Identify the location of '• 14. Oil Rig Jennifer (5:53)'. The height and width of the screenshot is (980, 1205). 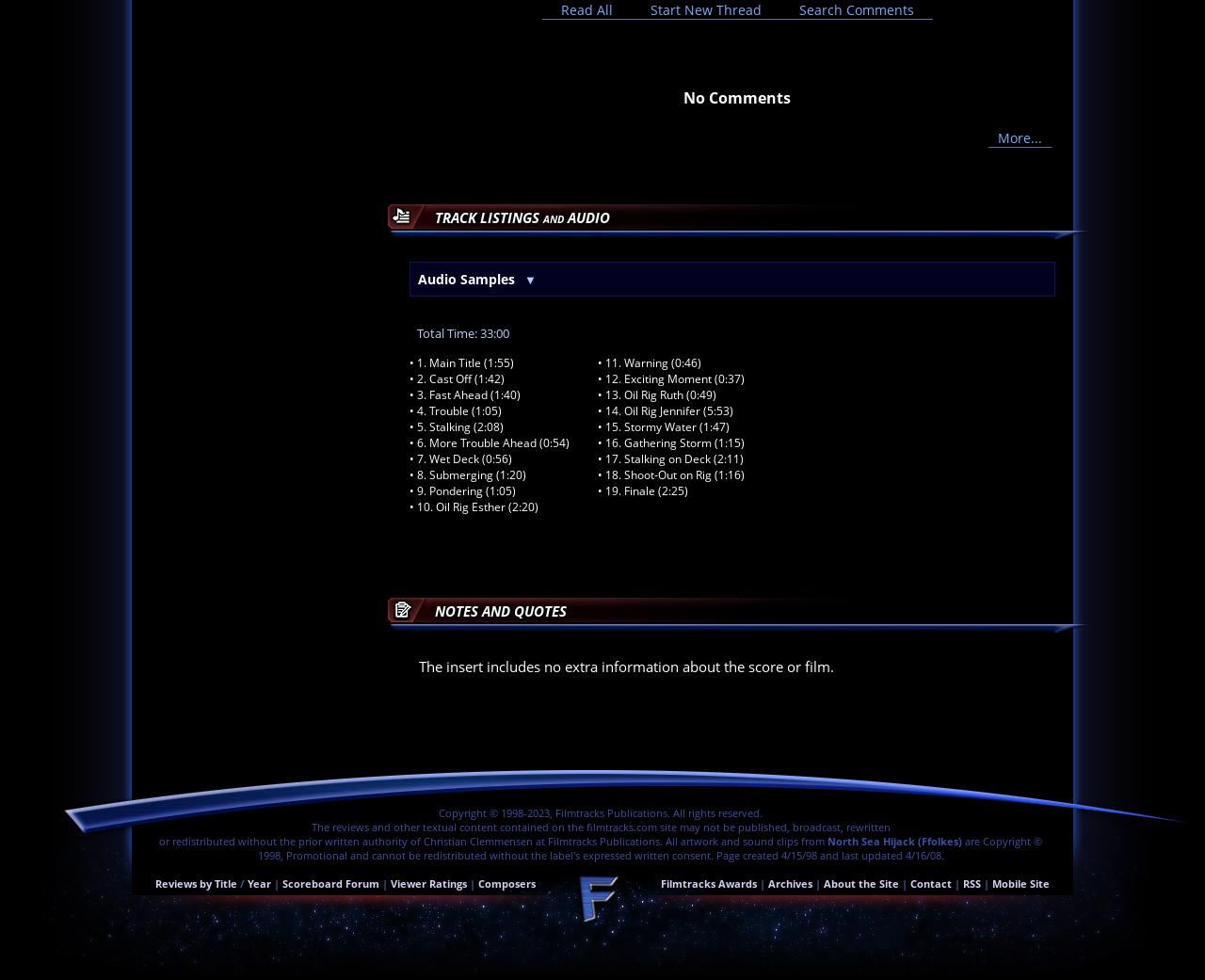
(665, 410).